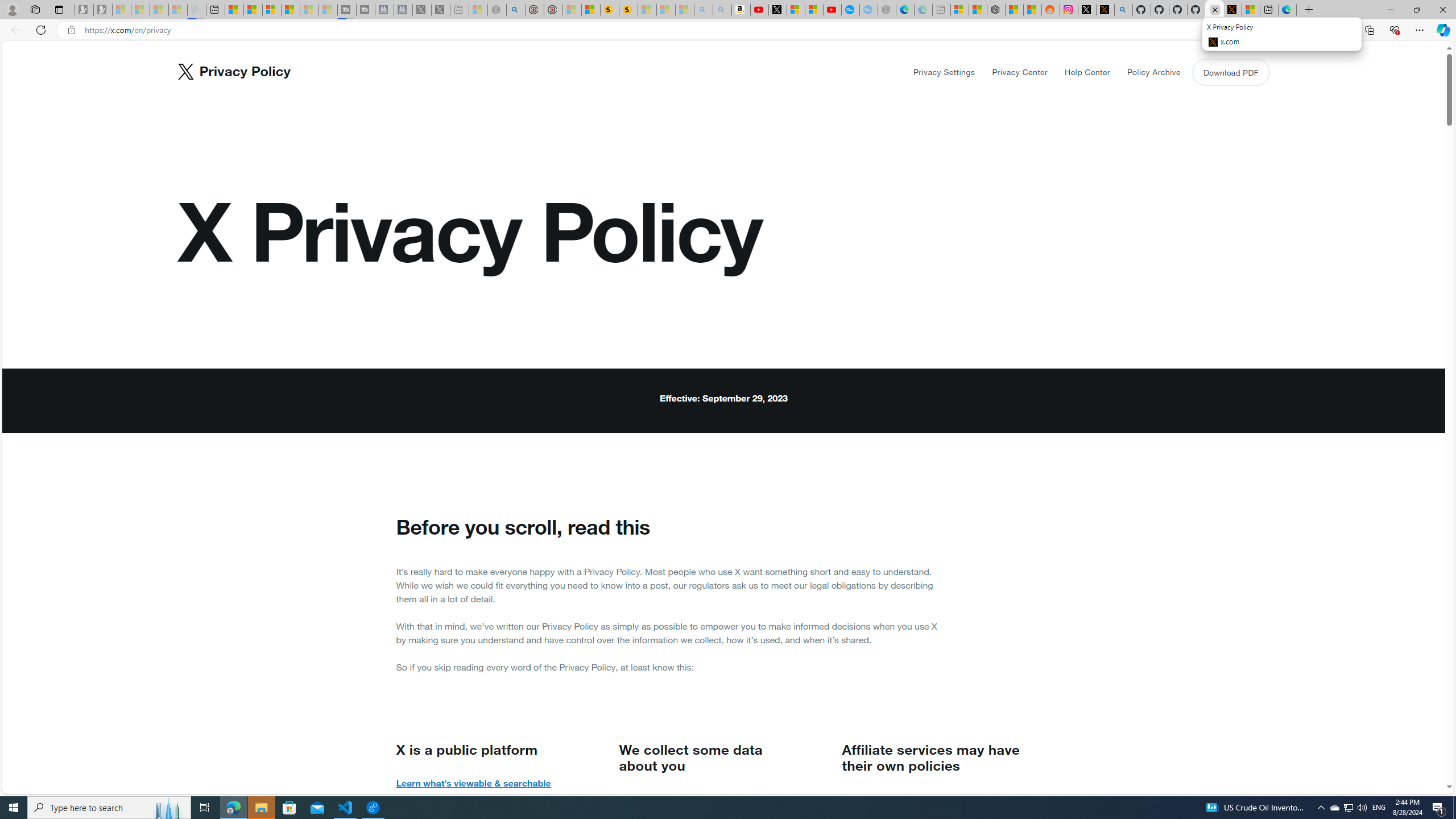  I want to click on 'Help Center', so click(1087, 72).